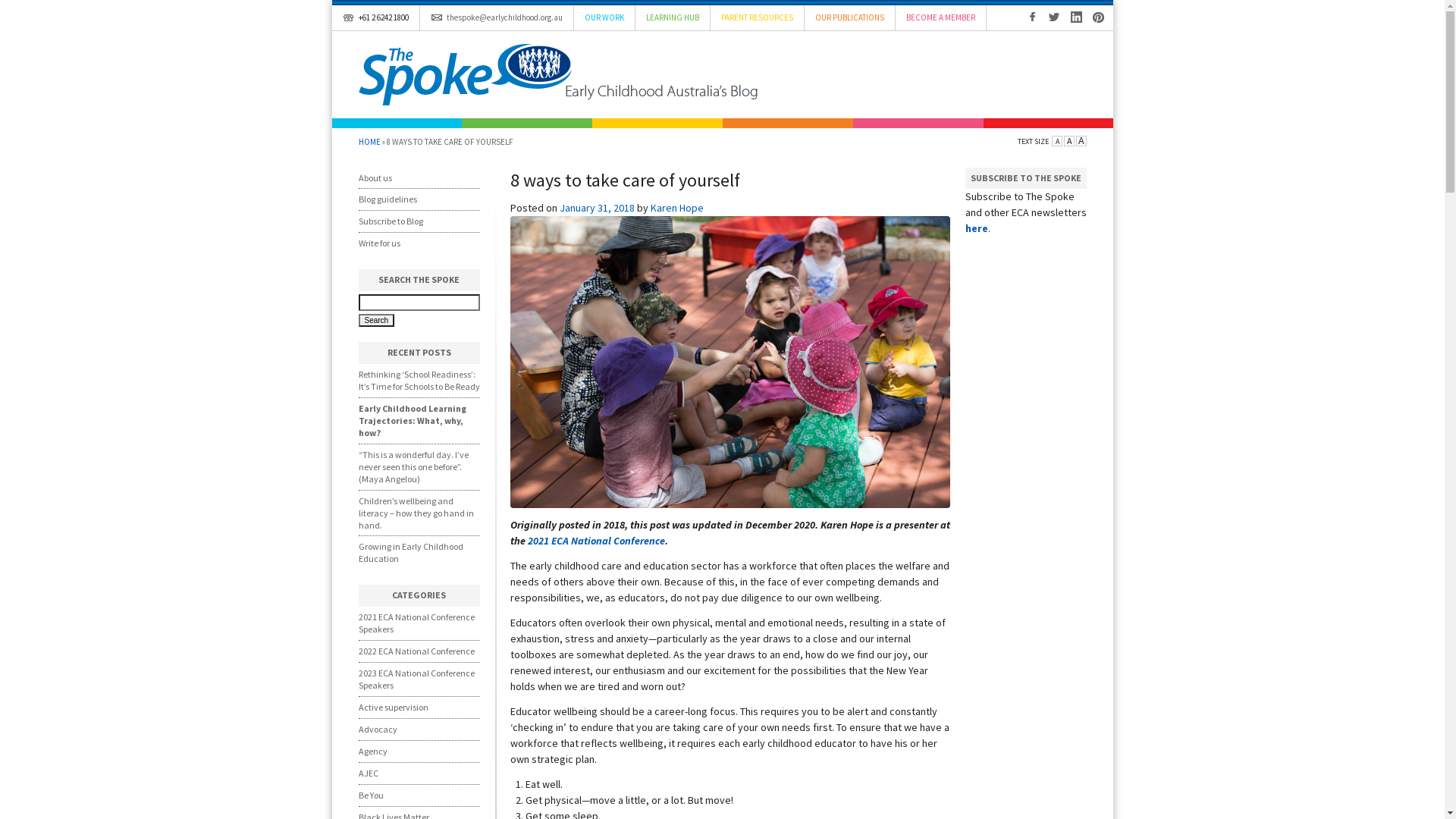 Image resolution: width=1456 pixels, height=819 pixels. I want to click on 'Active supervision', so click(356, 707).